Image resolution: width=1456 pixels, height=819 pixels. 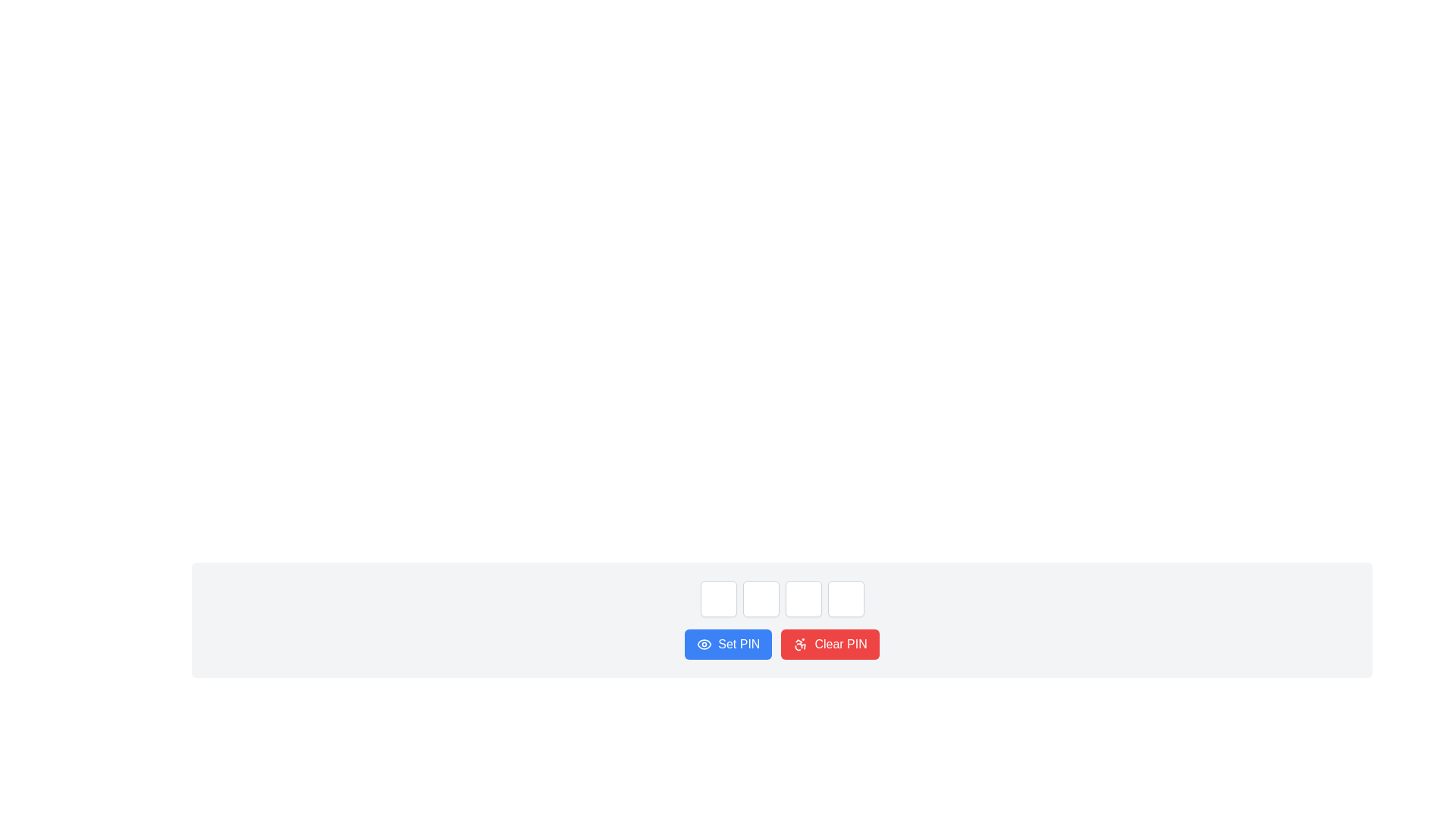 What do you see at coordinates (800, 644) in the screenshot?
I see `the icon located to the left of the text label inside the 'Clear PIN' button` at bounding box center [800, 644].